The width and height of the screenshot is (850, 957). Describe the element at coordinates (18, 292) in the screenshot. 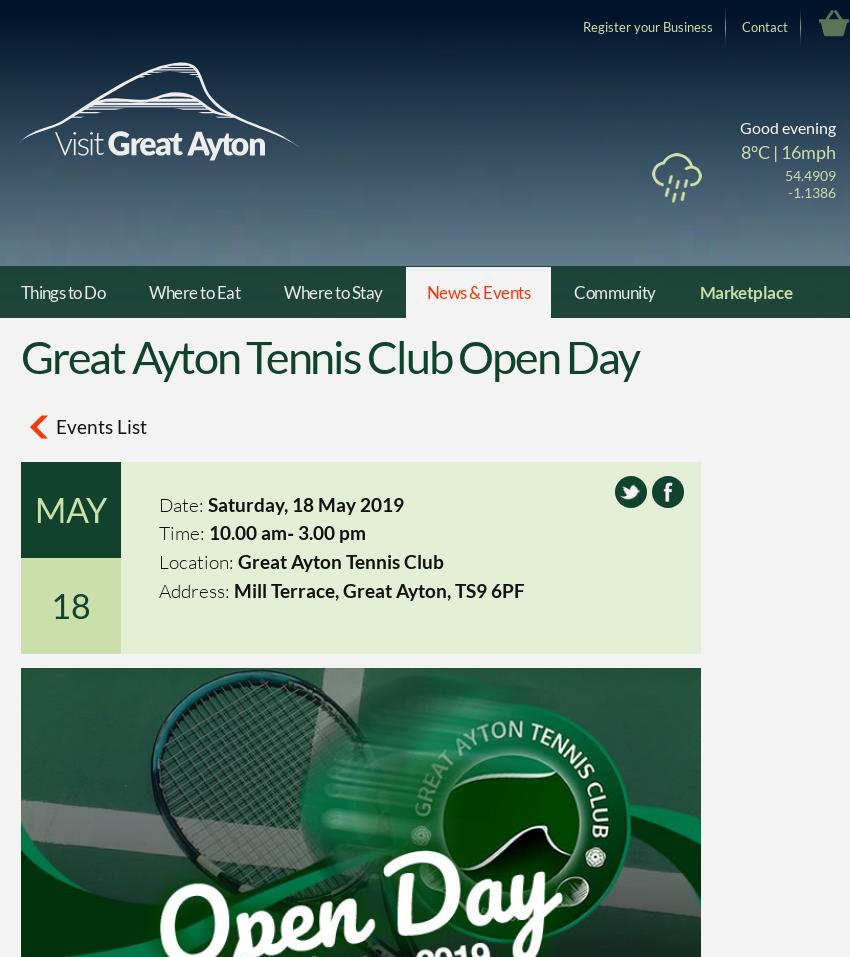

I see `'Things to Do'` at that location.